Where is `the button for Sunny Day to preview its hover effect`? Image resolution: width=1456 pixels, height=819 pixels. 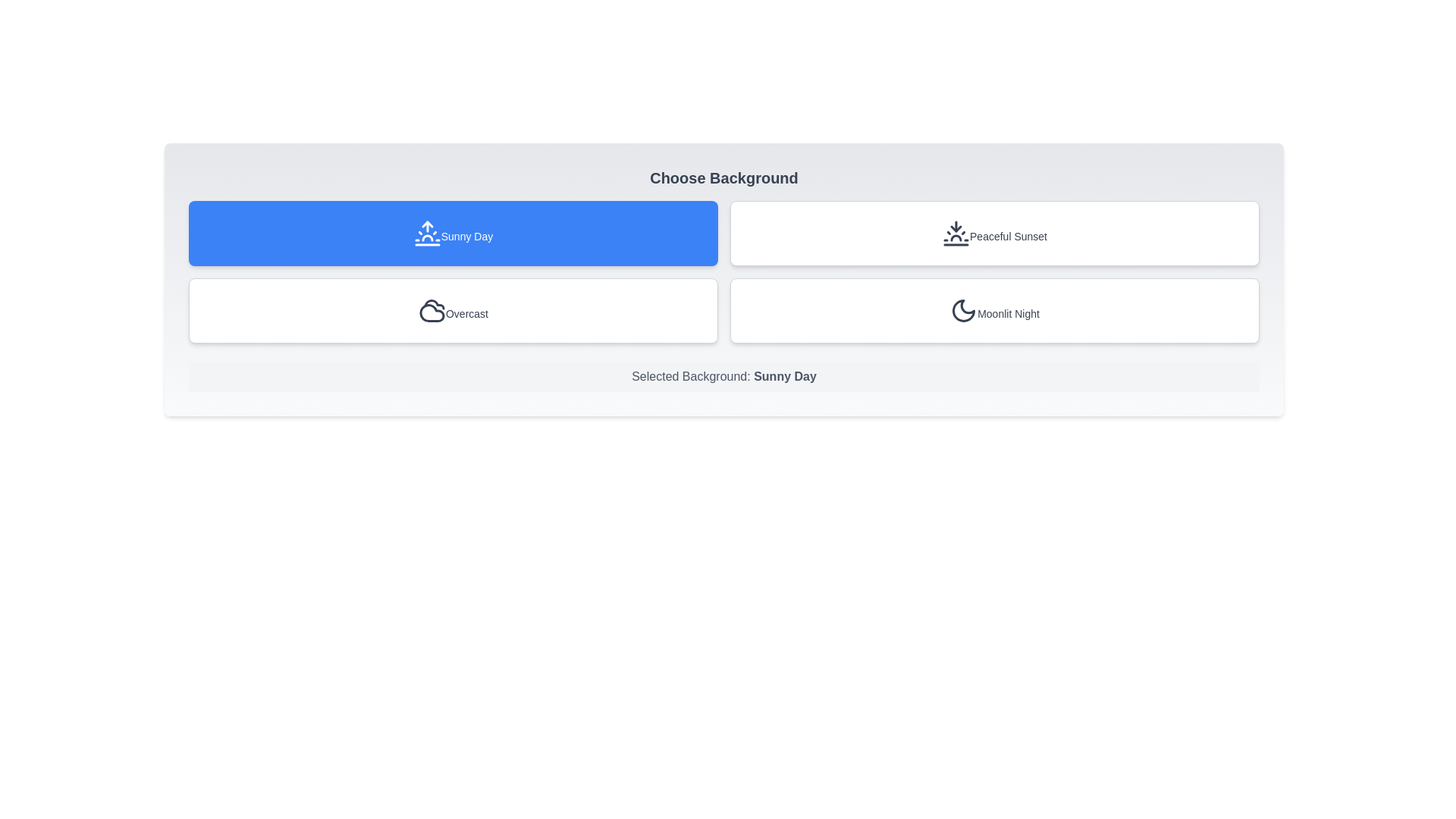
the button for Sunny Day to preview its hover effect is located at coordinates (453, 234).